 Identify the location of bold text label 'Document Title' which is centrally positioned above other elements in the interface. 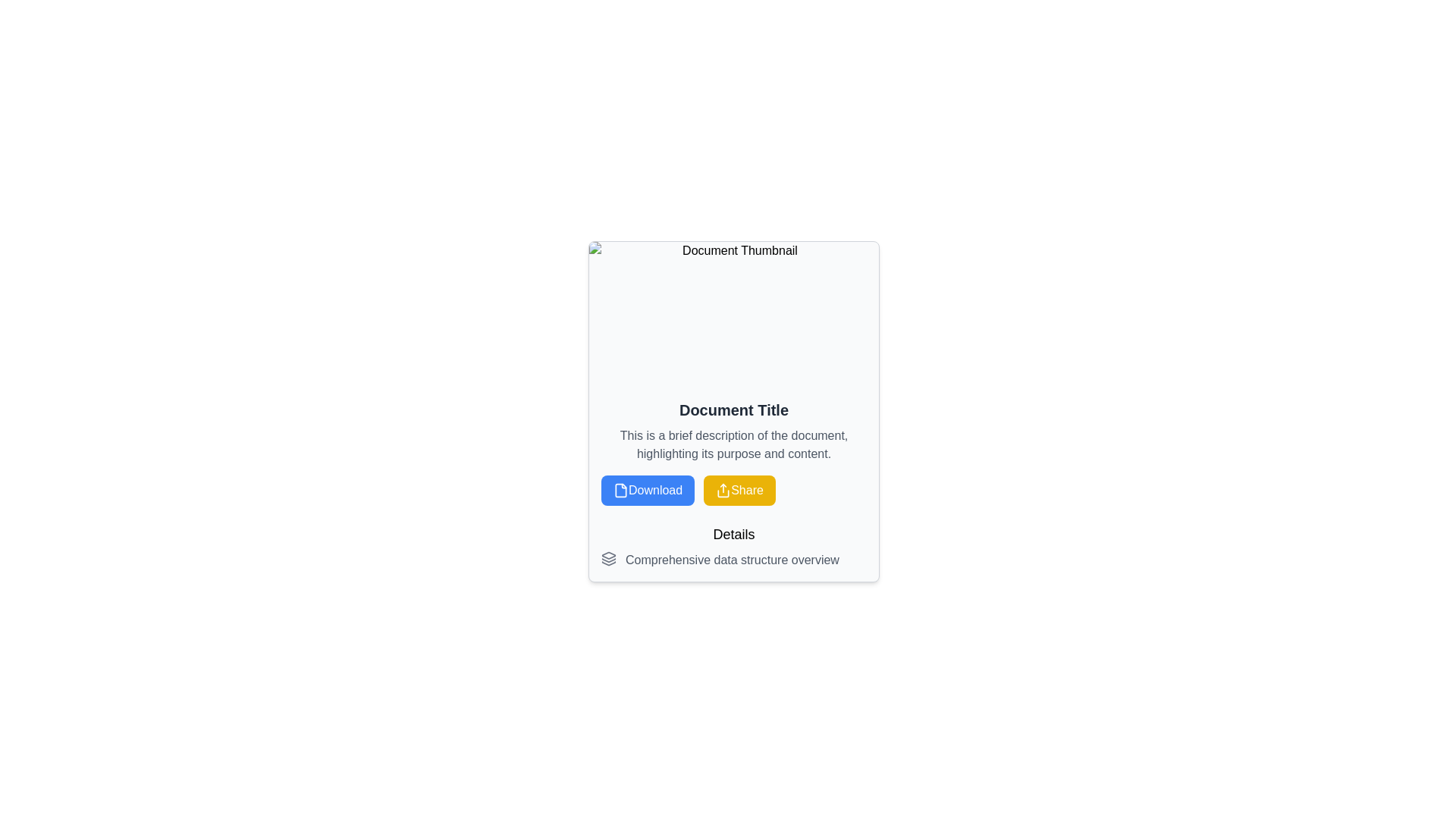
(734, 409).